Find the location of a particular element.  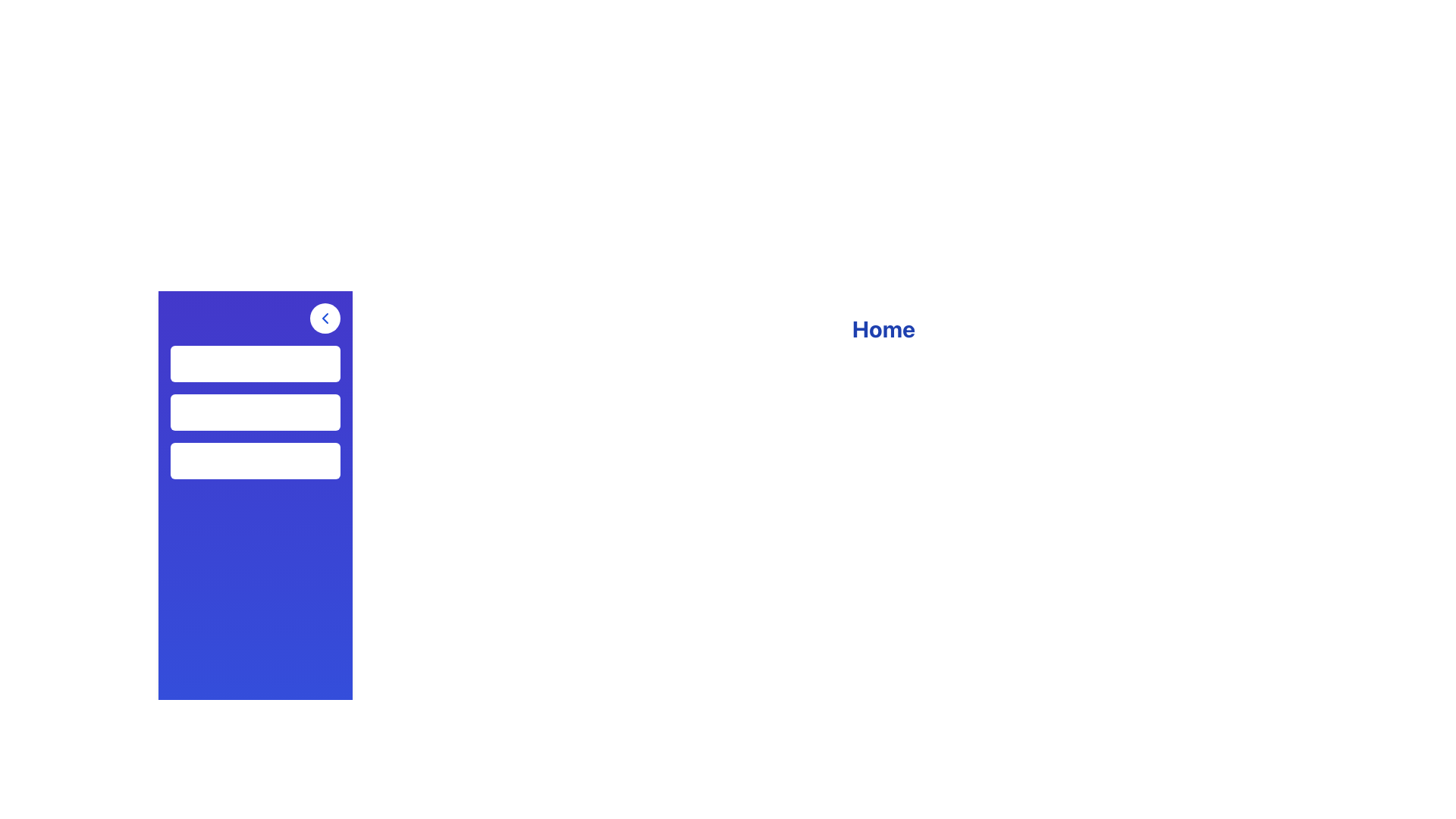

the navigation button located as the third item in the vertical sidebar list, positioned below 'Home' and 'Contact', for keyboard navigation is located at coordinates (255, 460).